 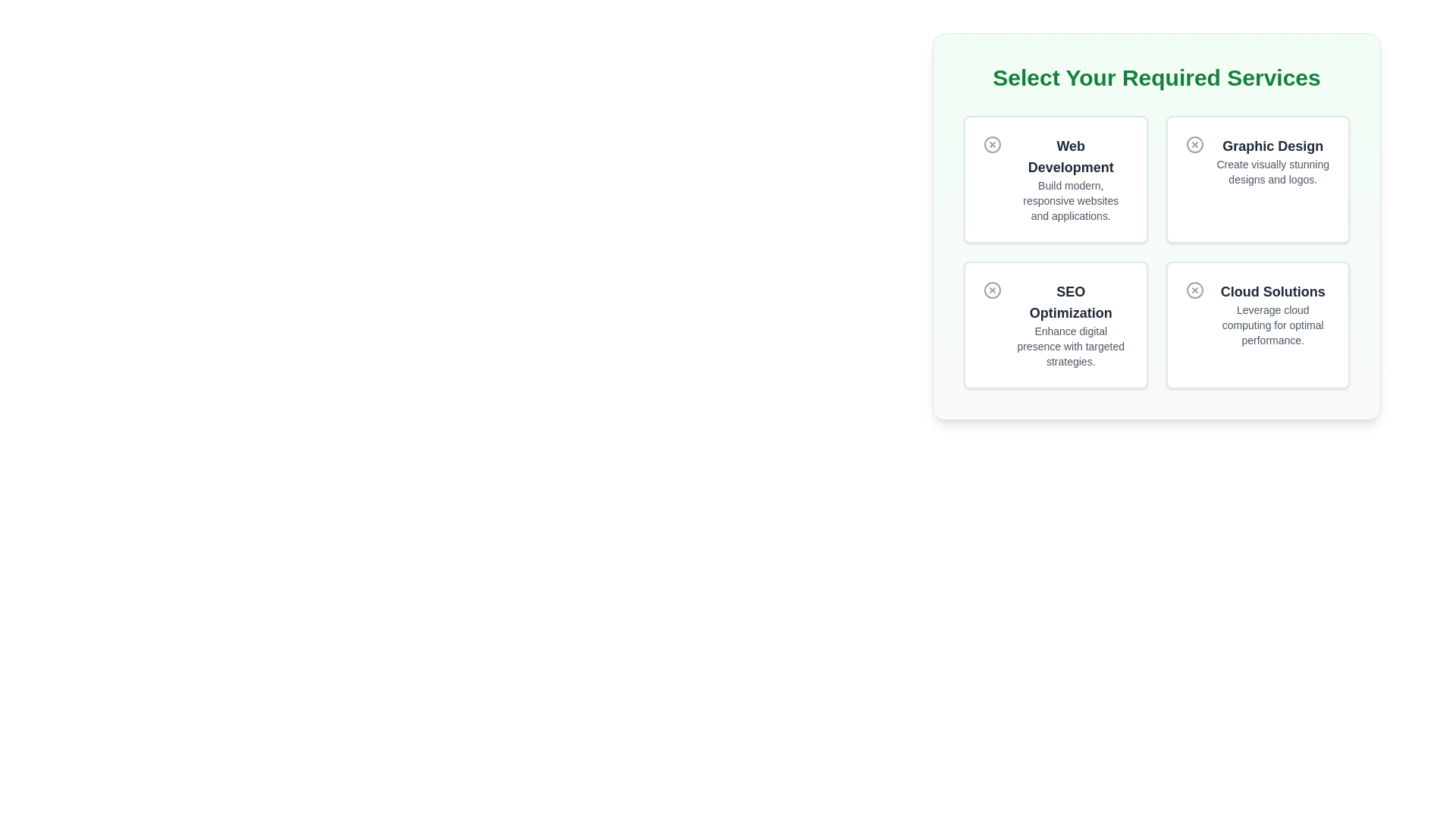 I want to click on the static text element titled 'Graphic Design' with the description 'Create visually stunning designs and logos.' located in the top-right quadrant of the interface, specifically part of the second card from the left in the service list, so click(x=1272, y=161).